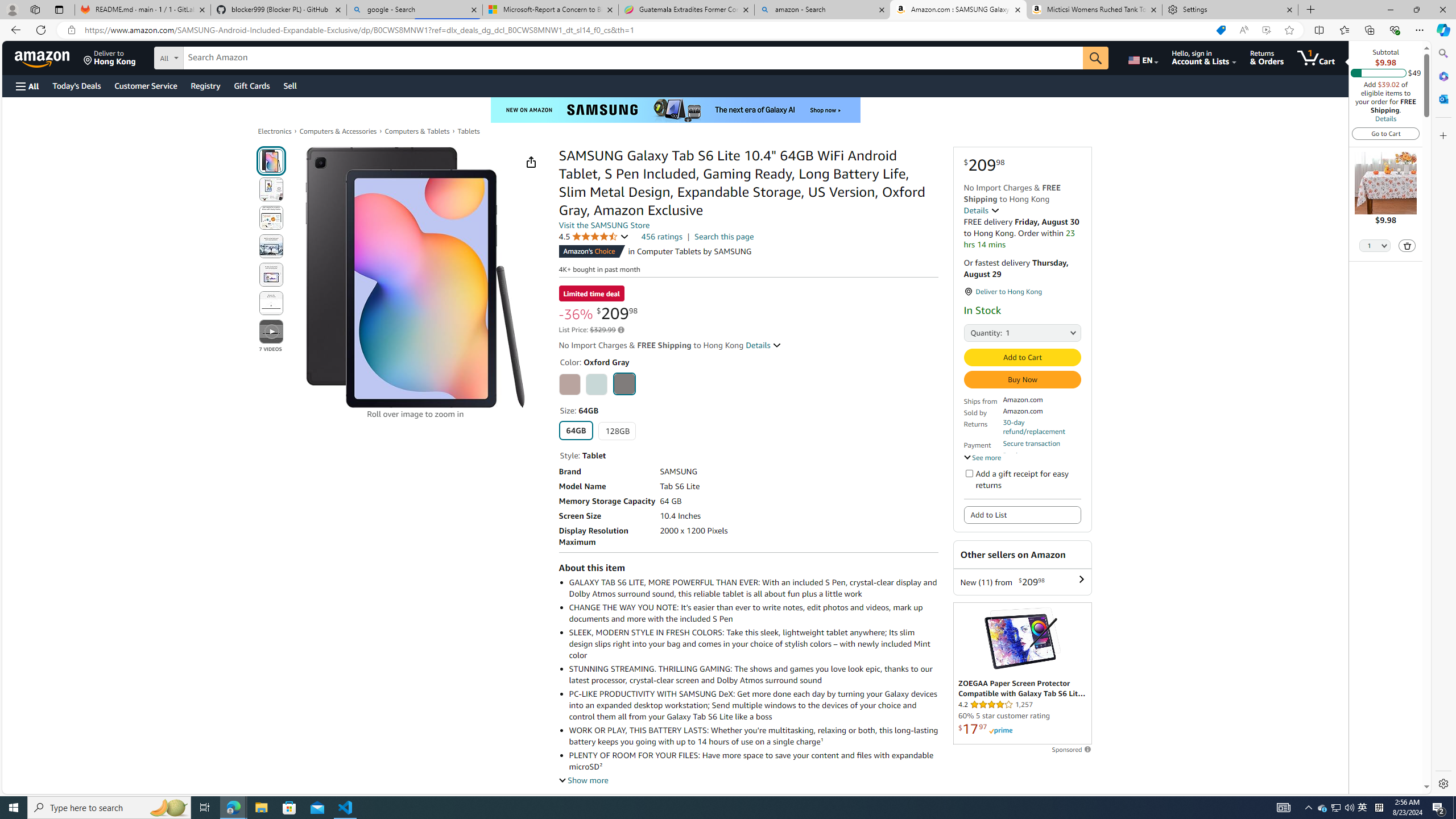 This screenshot has height=819, width=1456. Describe the element at coordinates (584, 780) in the screenshot. I see `'Show more'` at that location.